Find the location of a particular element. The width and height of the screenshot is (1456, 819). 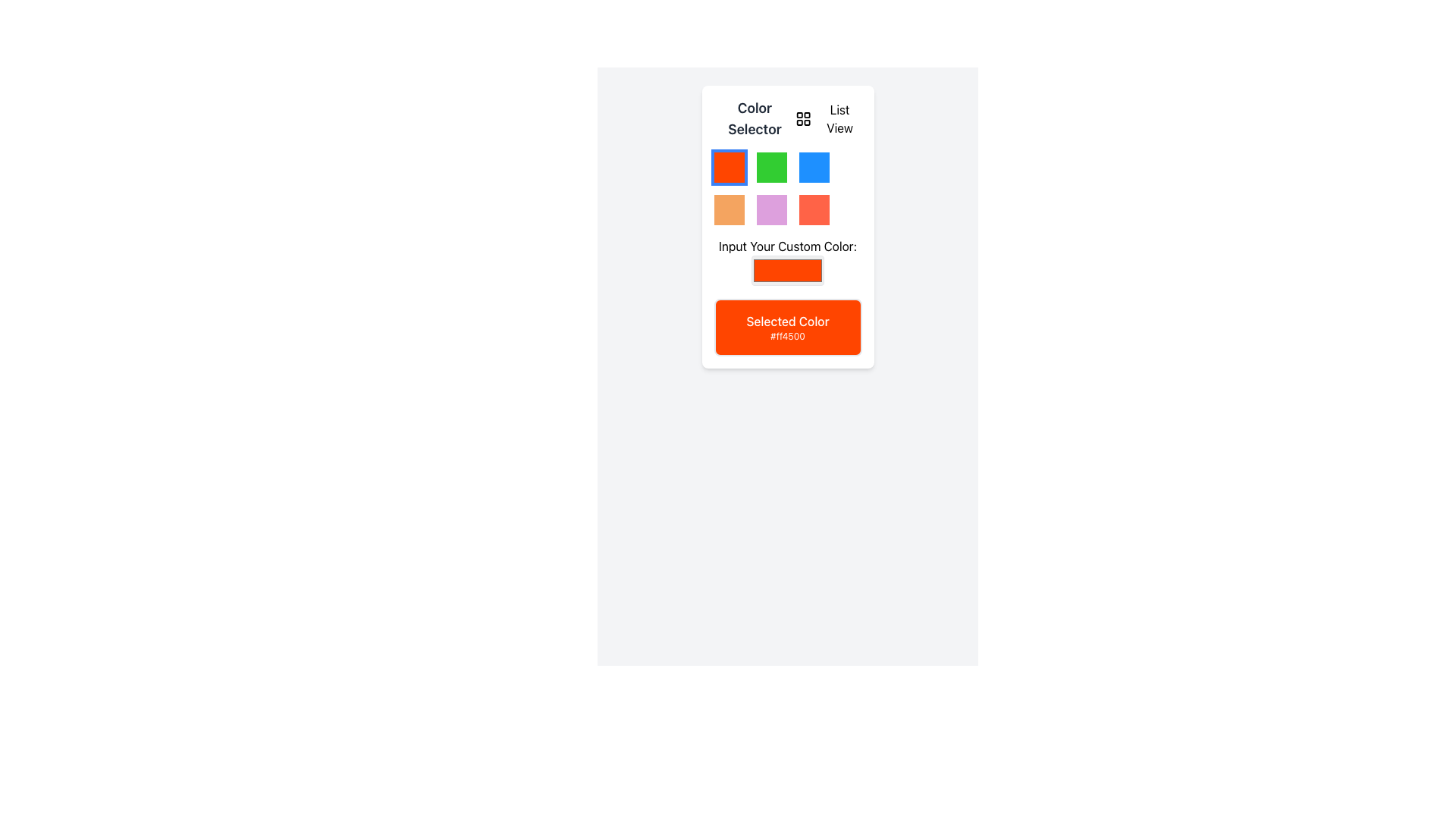

the toggle button with an icon and text label to switch to the 'List View' display mode, located at the top right corner of the 'Color Selector' element is located at coordinates (827, 118).